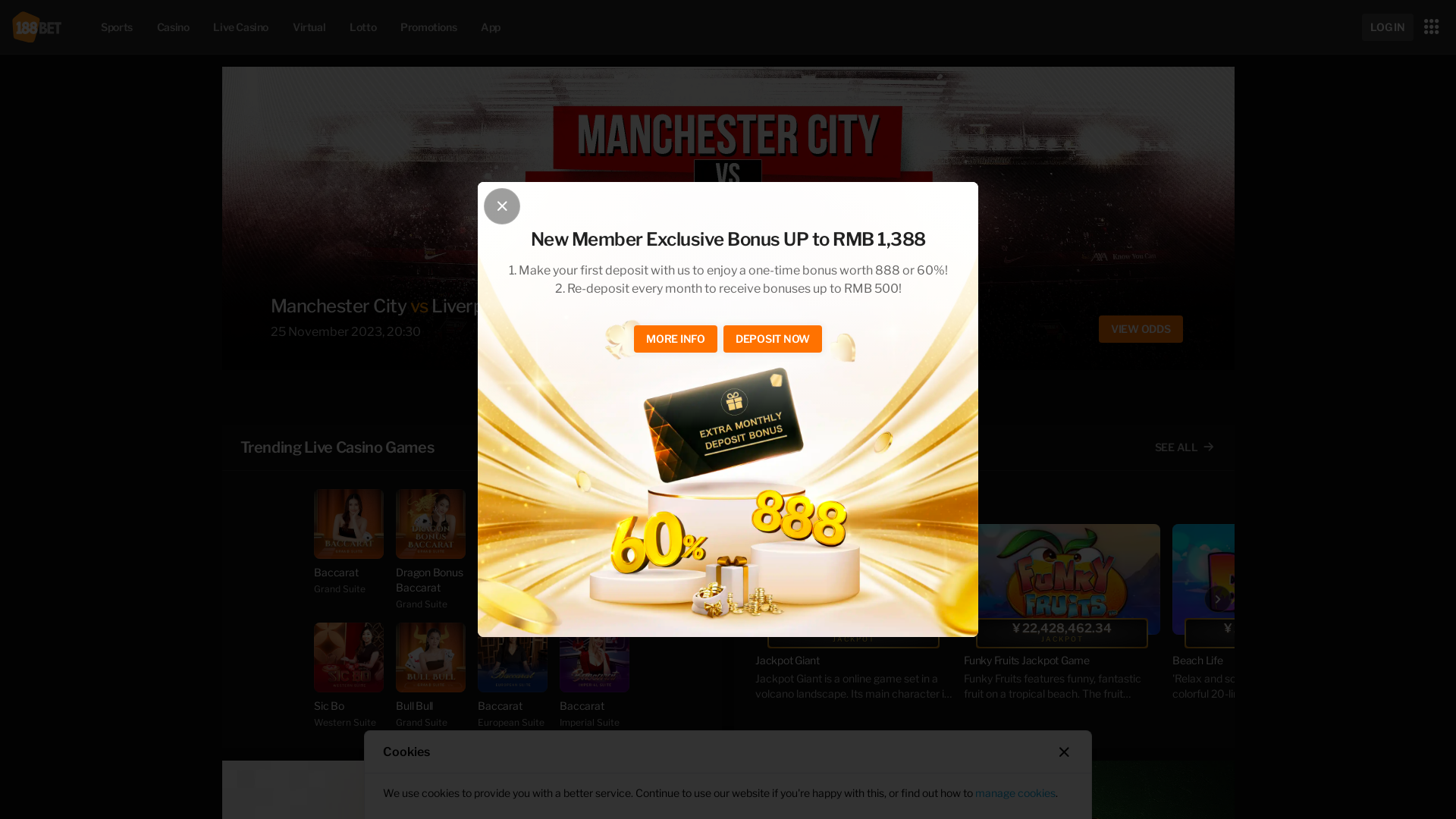  Describe the element at coordinates (1130, 328) in the screenshot. I see `'VIEW ODDS'` at that location.